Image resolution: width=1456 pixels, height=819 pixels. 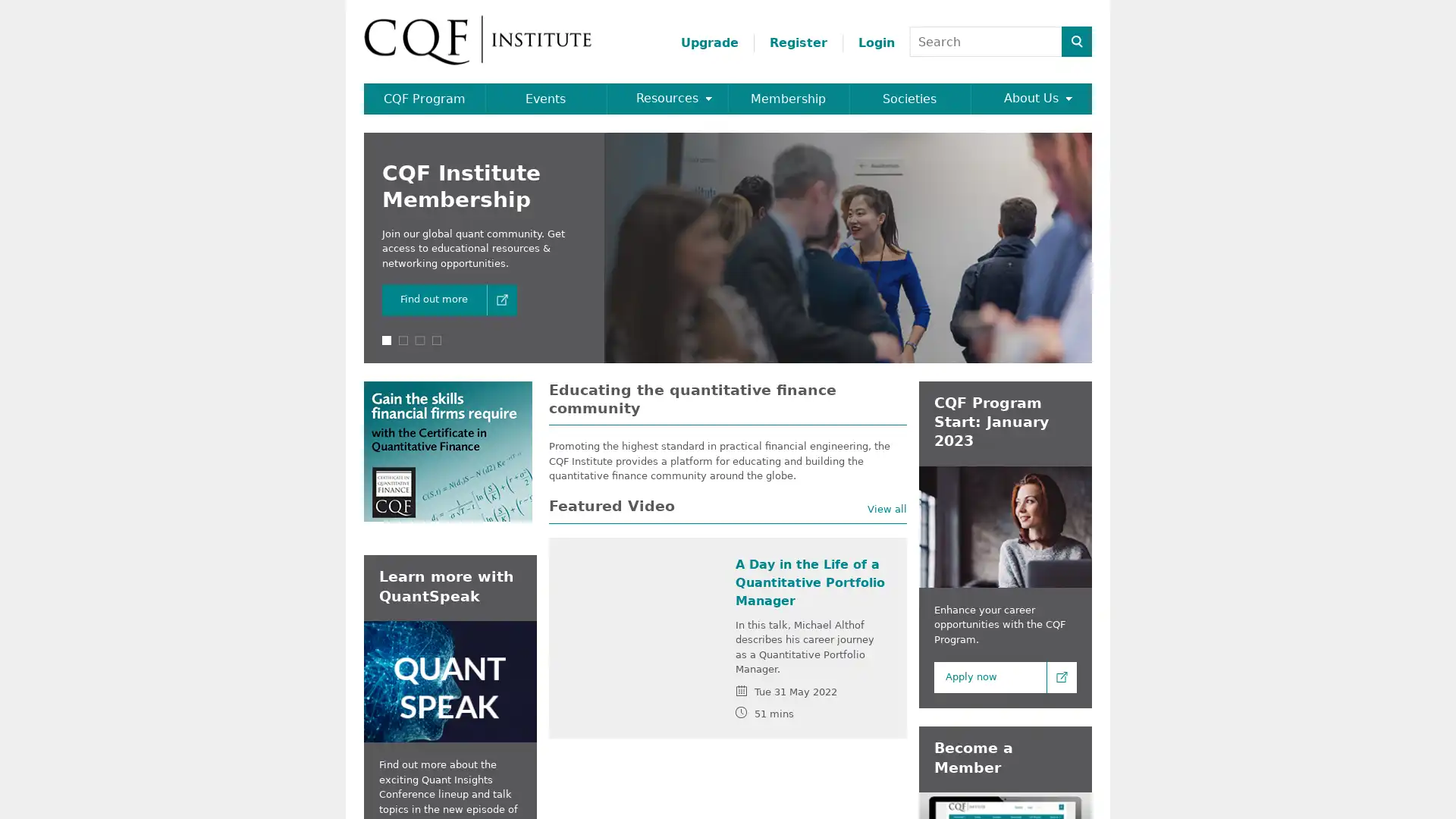 What do you see at coordinates (1076, 40) in the screenshot?
I see `Search` at bounding box center [1076, 40].